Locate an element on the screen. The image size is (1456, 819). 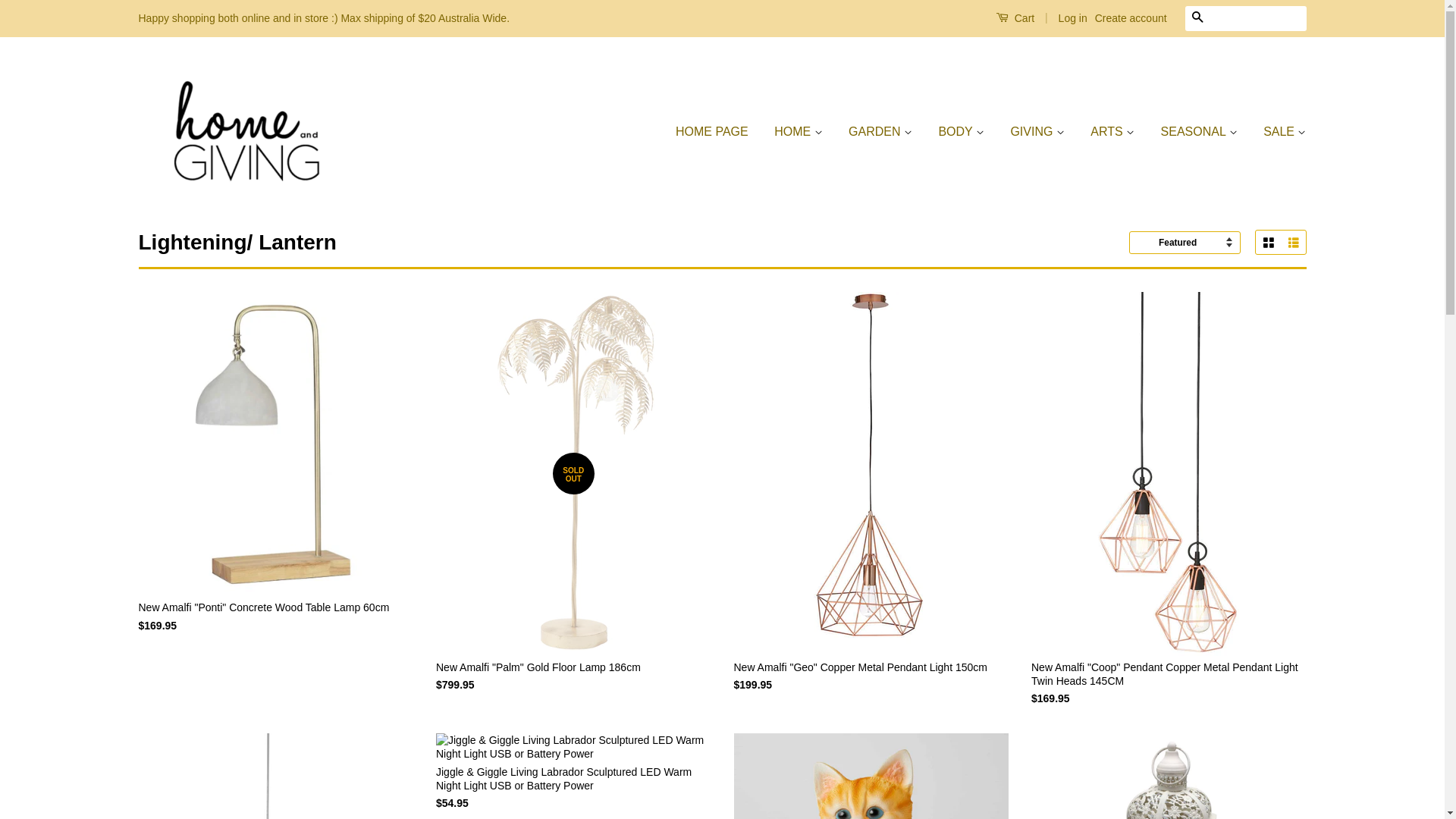
'Grid View' is located at coordinates (1256, 242).